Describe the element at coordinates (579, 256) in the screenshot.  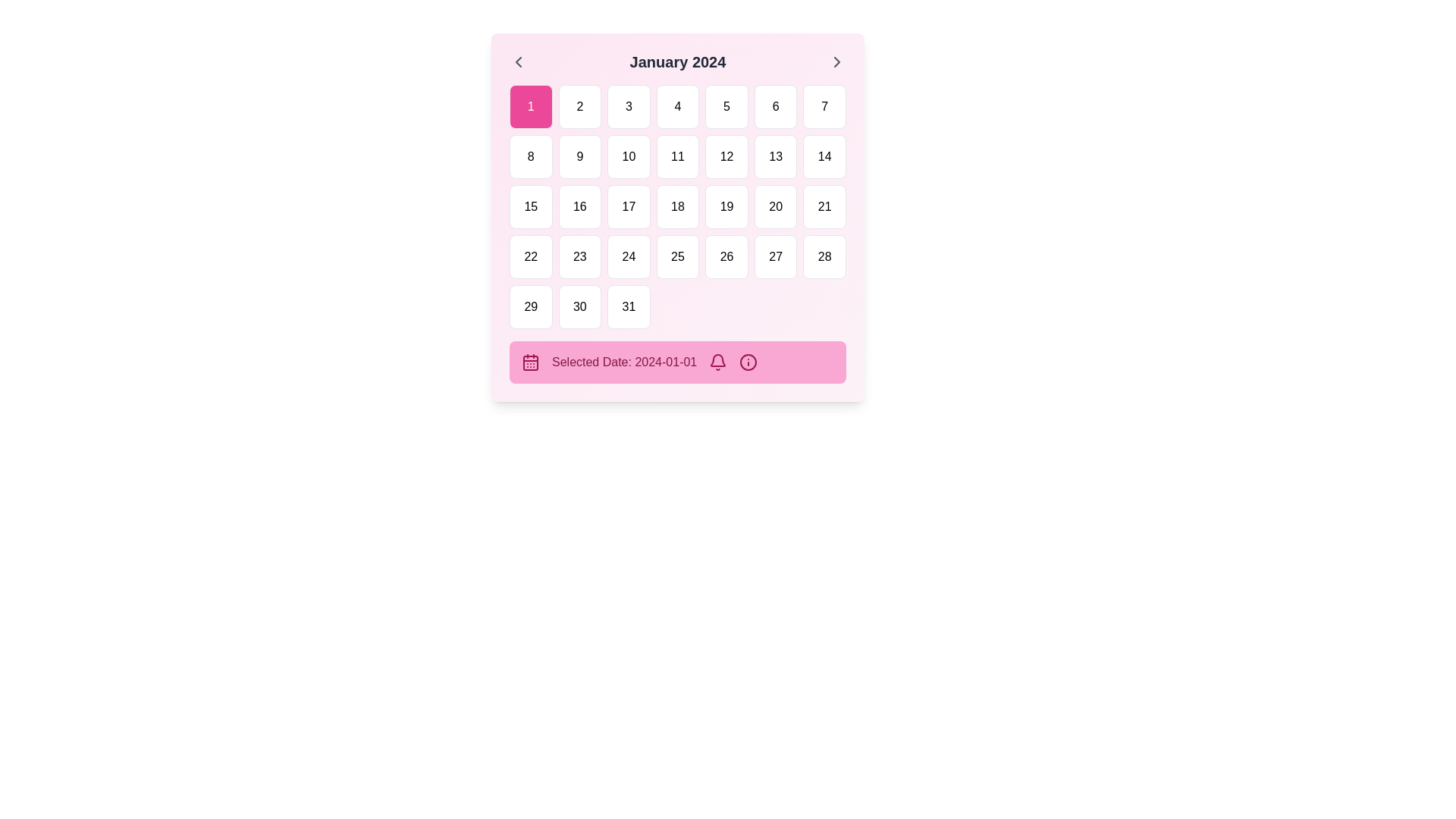
I see `the Calendar Date Tile representing the 23rd day of January 2024, located in the fourth row and third column of the calendar grid` at that location.